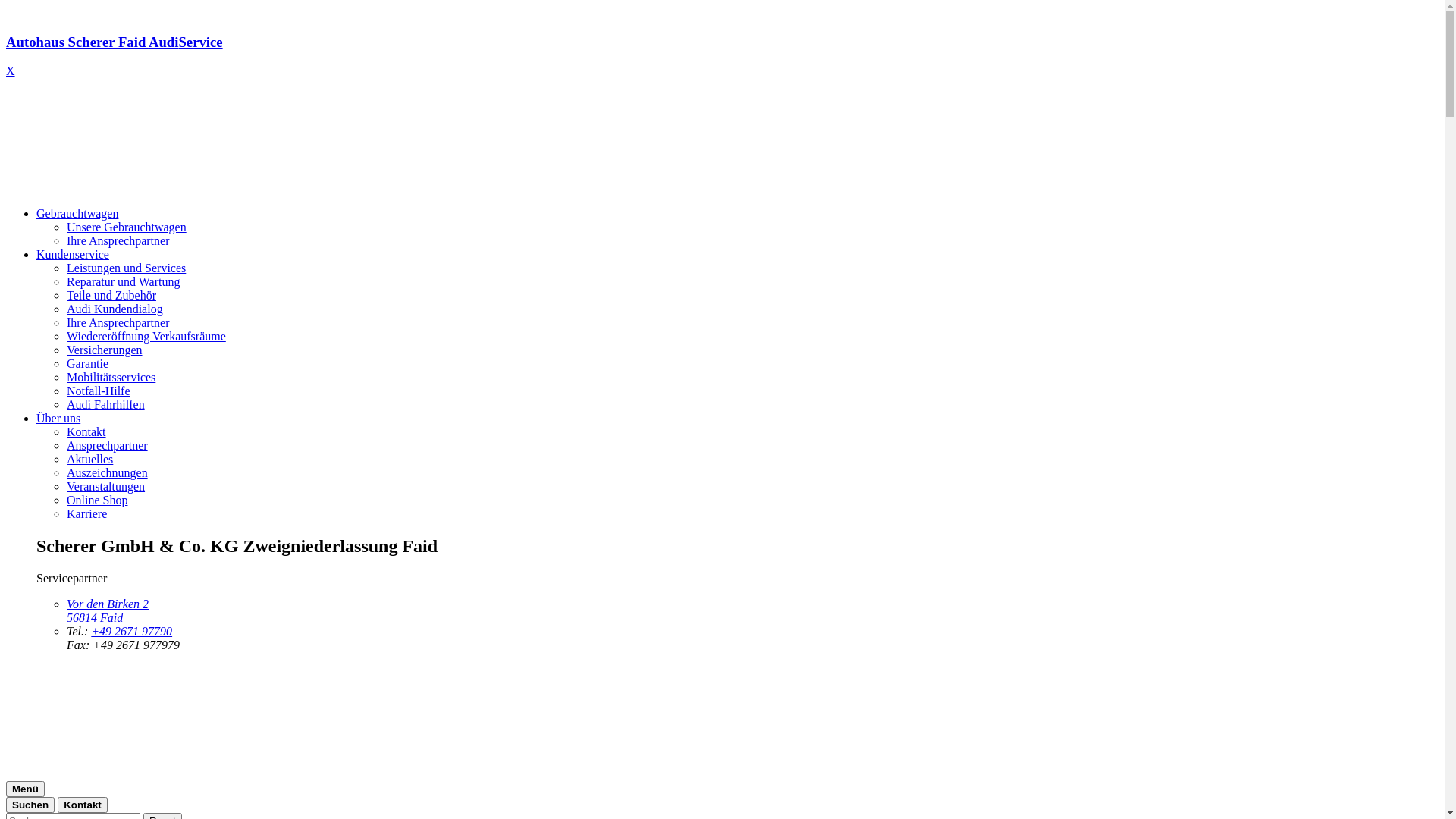 Image resolution: width=1456 pixels, height=819 pixels. What do you see at coordinates (118, 240) in the screenshot?
I see `'Ihre Ansprechpartner'` at bounding box center [118, 240].